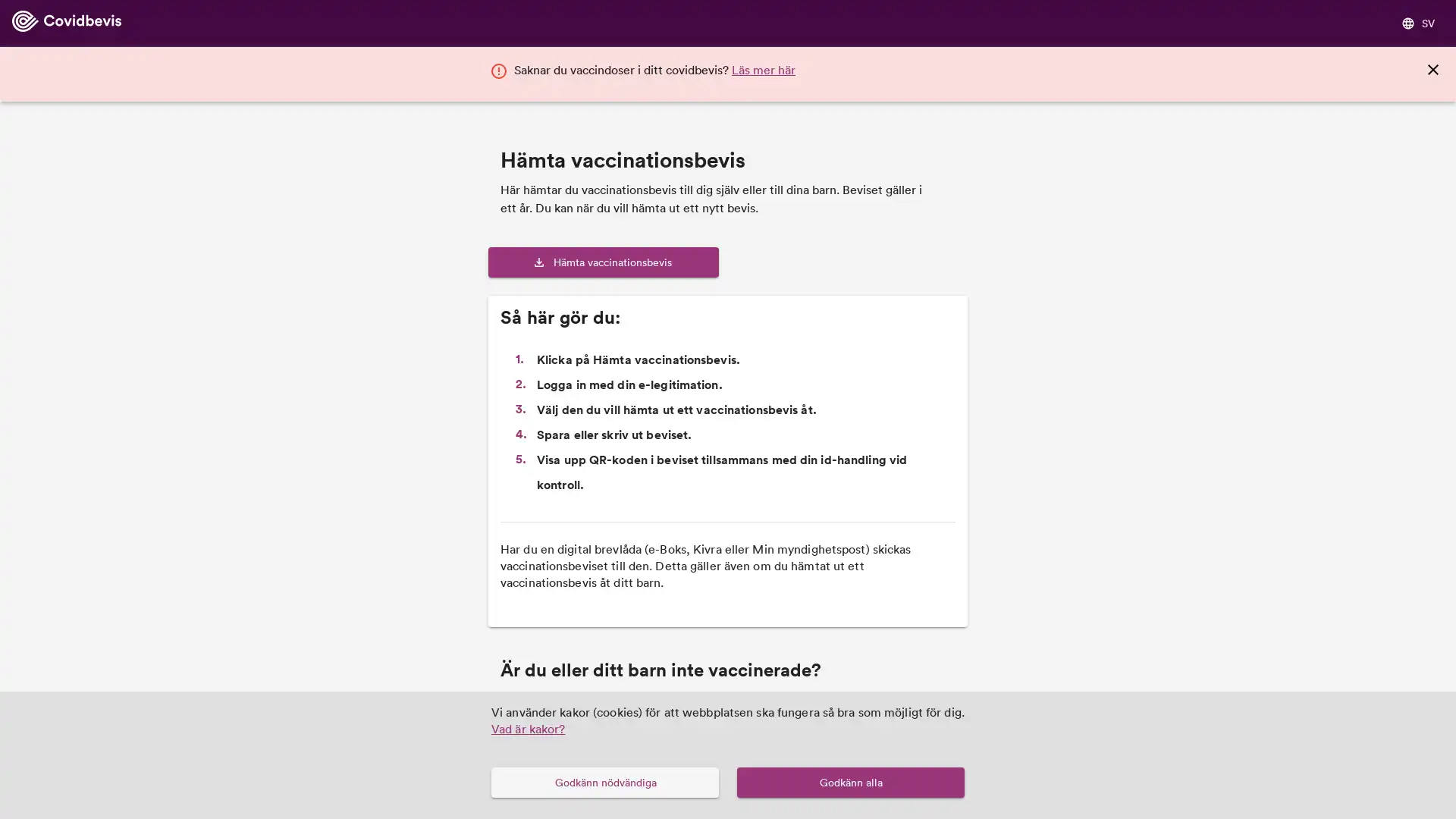  I want to click on Godkann nodvandiga, so click(604, 782).